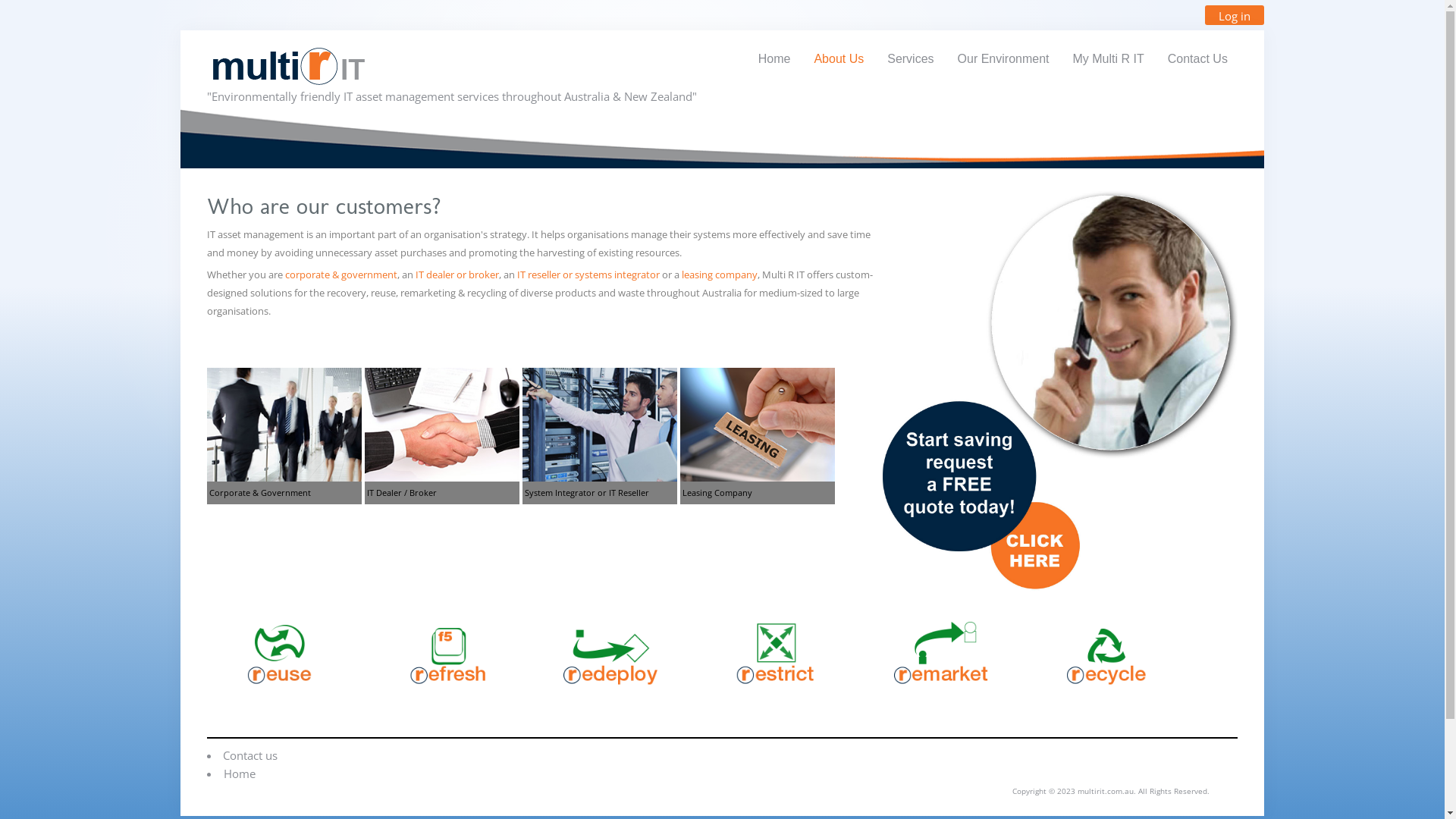  I want to click on 'About Us', so click(837, 58).